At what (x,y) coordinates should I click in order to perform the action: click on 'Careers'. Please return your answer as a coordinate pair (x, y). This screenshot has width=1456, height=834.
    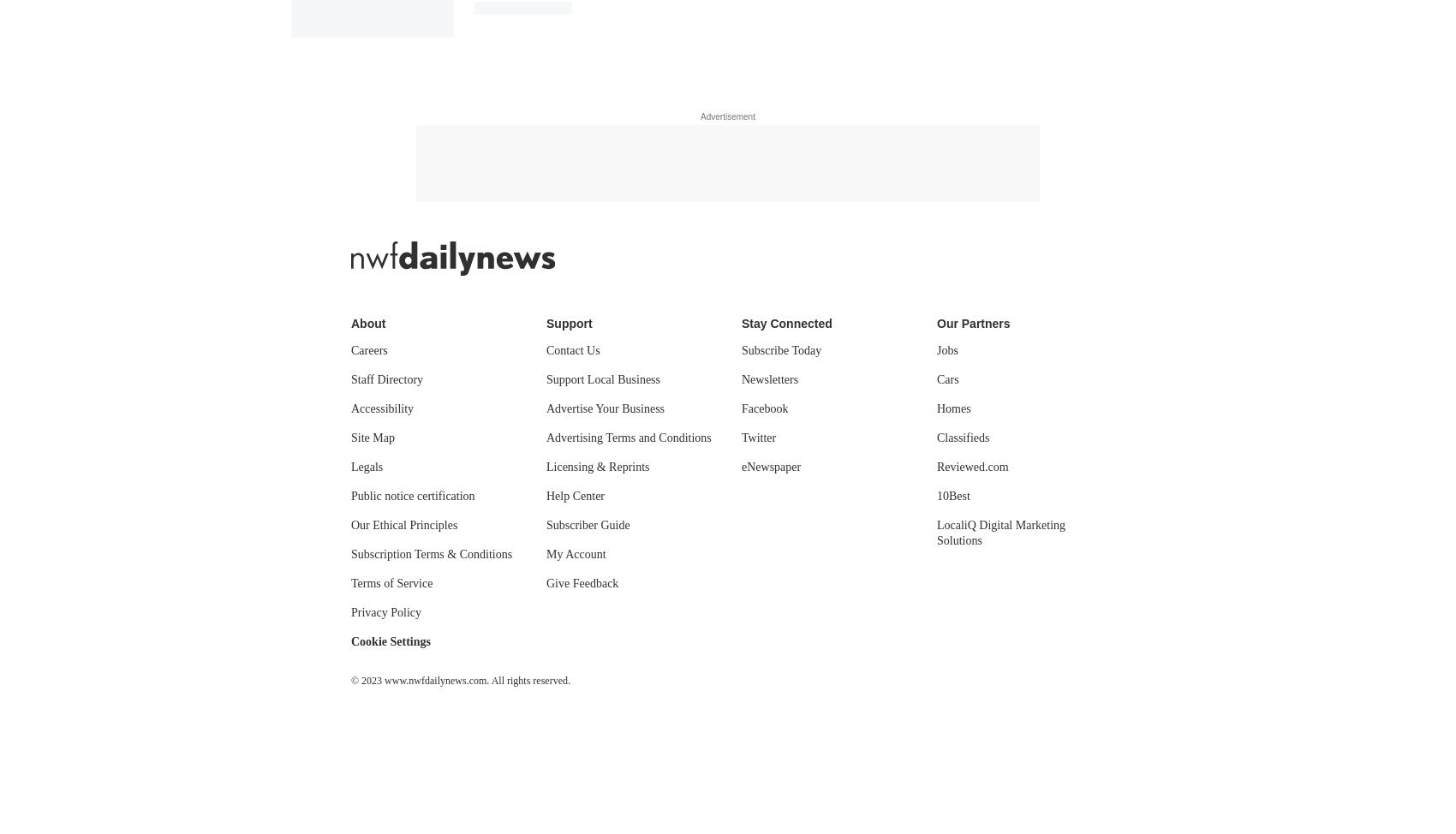
    Looking at the image, I should click on (350, 348).